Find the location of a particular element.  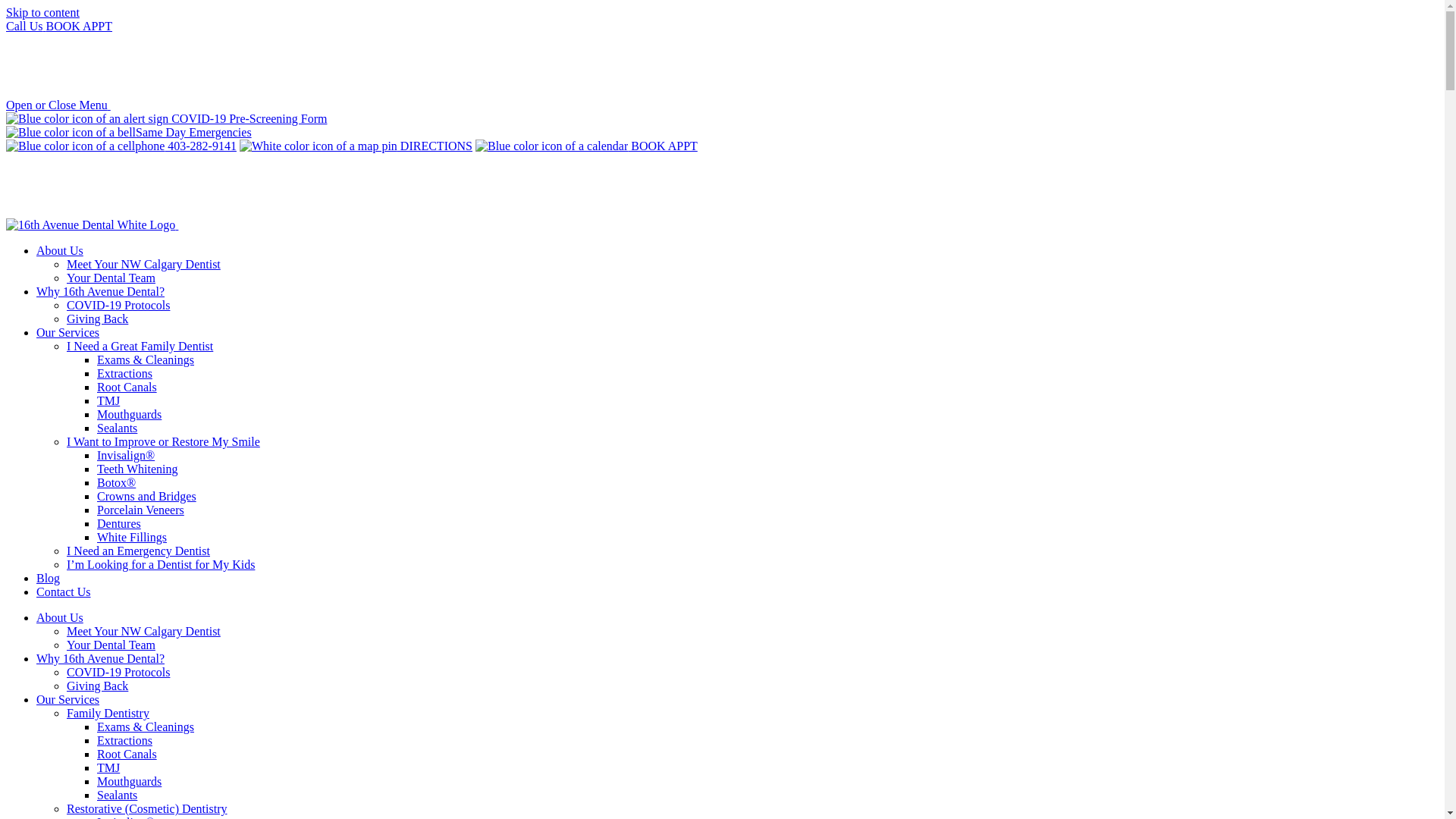

'Porcelain Veneers' is located at coordinates (140, 510).